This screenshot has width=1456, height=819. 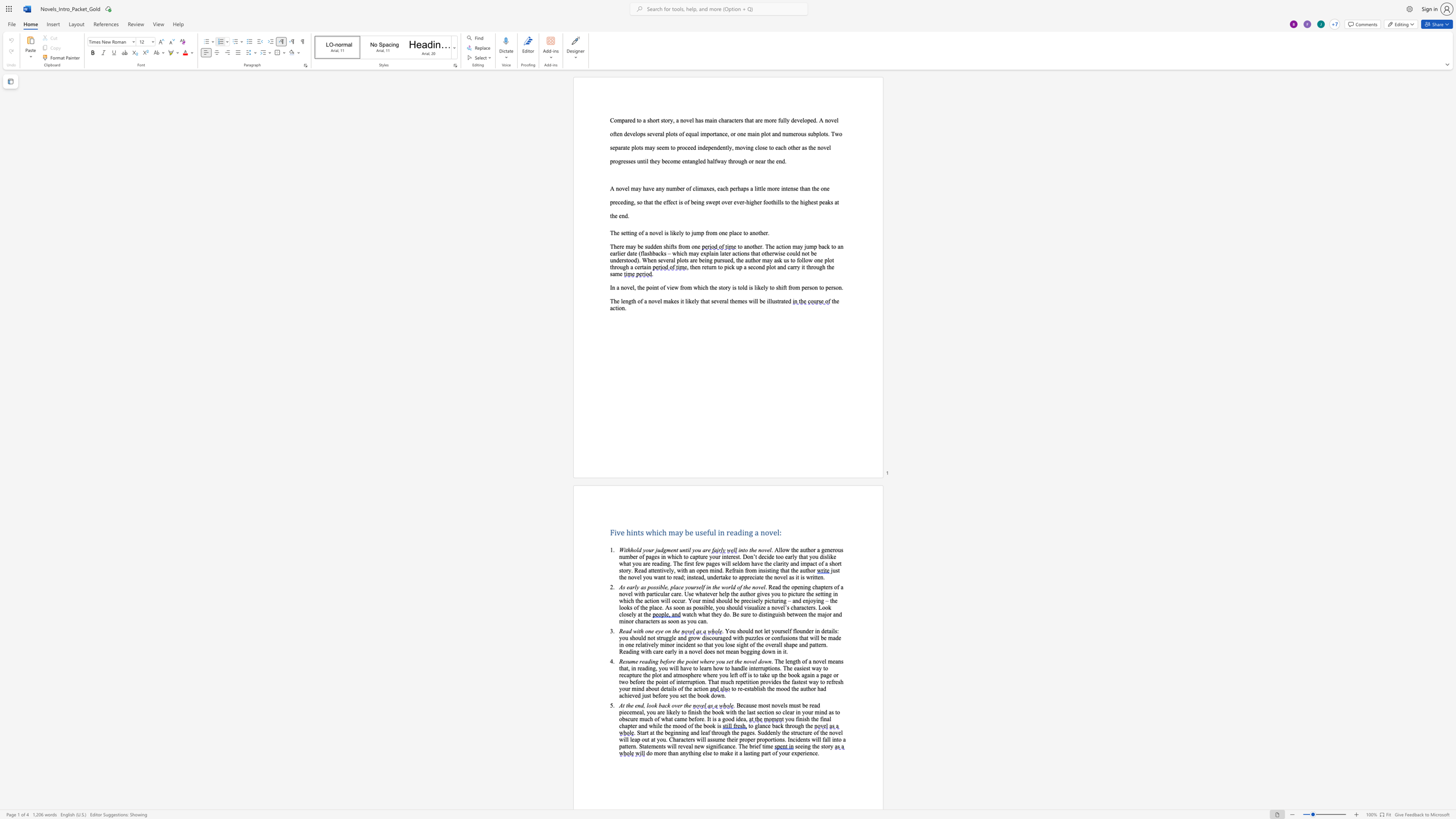 What do you see at coordinates (661, 705) in the screenshot?
I see `the space between the continuous character "b" and "a" in the text` at bounding box center [661, 705].